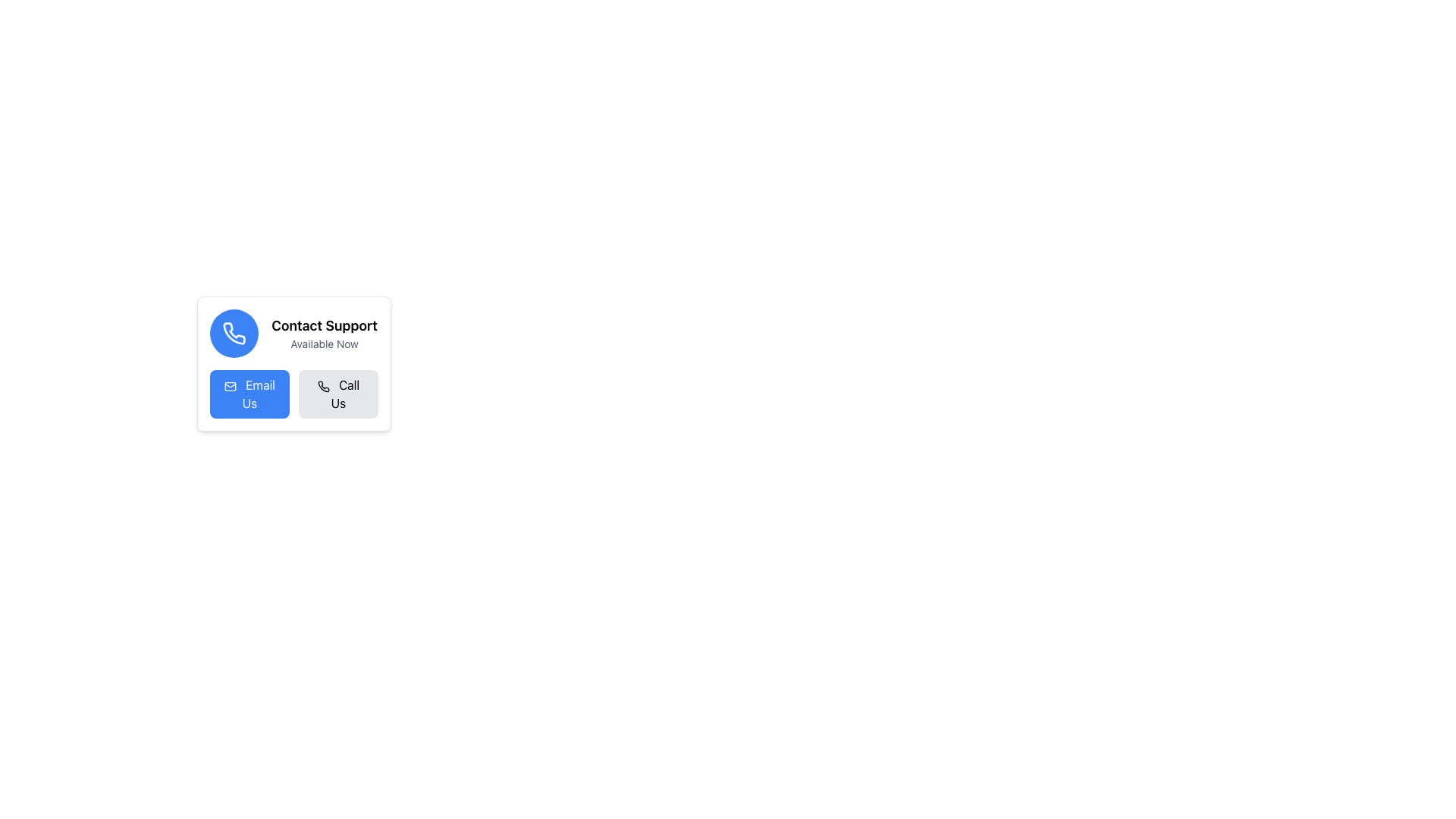  I want to click on the status display text indicating that the support team is available, located beneath the 'Contact Support' heading, so click(323, 344).